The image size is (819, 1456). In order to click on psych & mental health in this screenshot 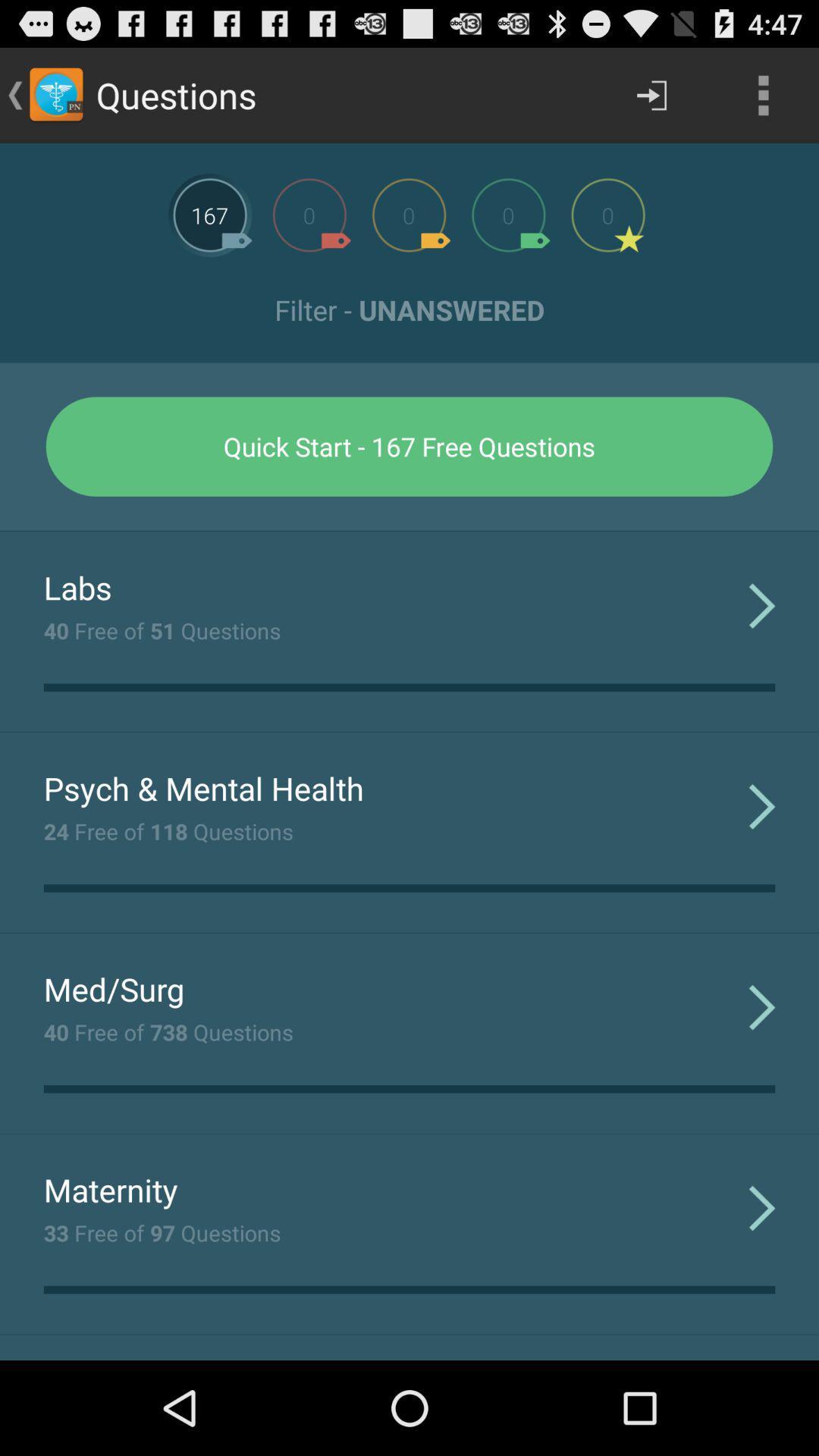, I will do `click(202, 788)`.